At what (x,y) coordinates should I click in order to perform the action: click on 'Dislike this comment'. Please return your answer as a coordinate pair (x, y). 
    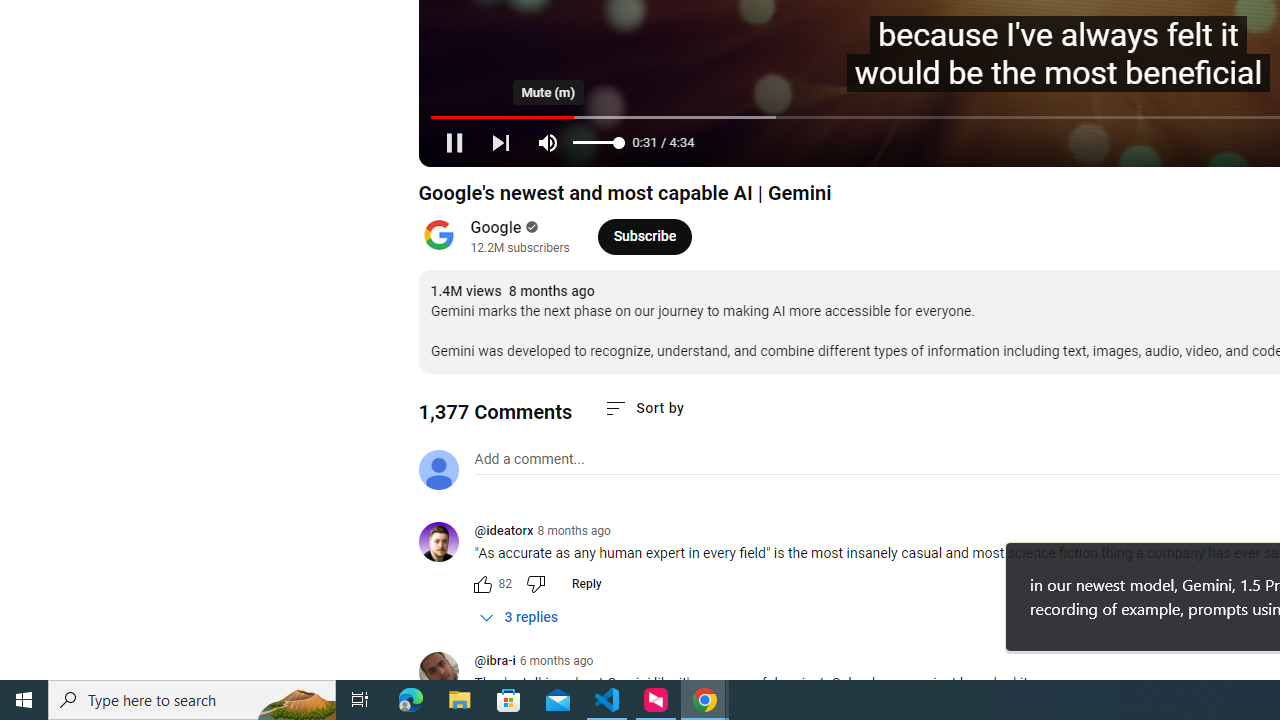
    Looking at the image, I should click on (535, 583).